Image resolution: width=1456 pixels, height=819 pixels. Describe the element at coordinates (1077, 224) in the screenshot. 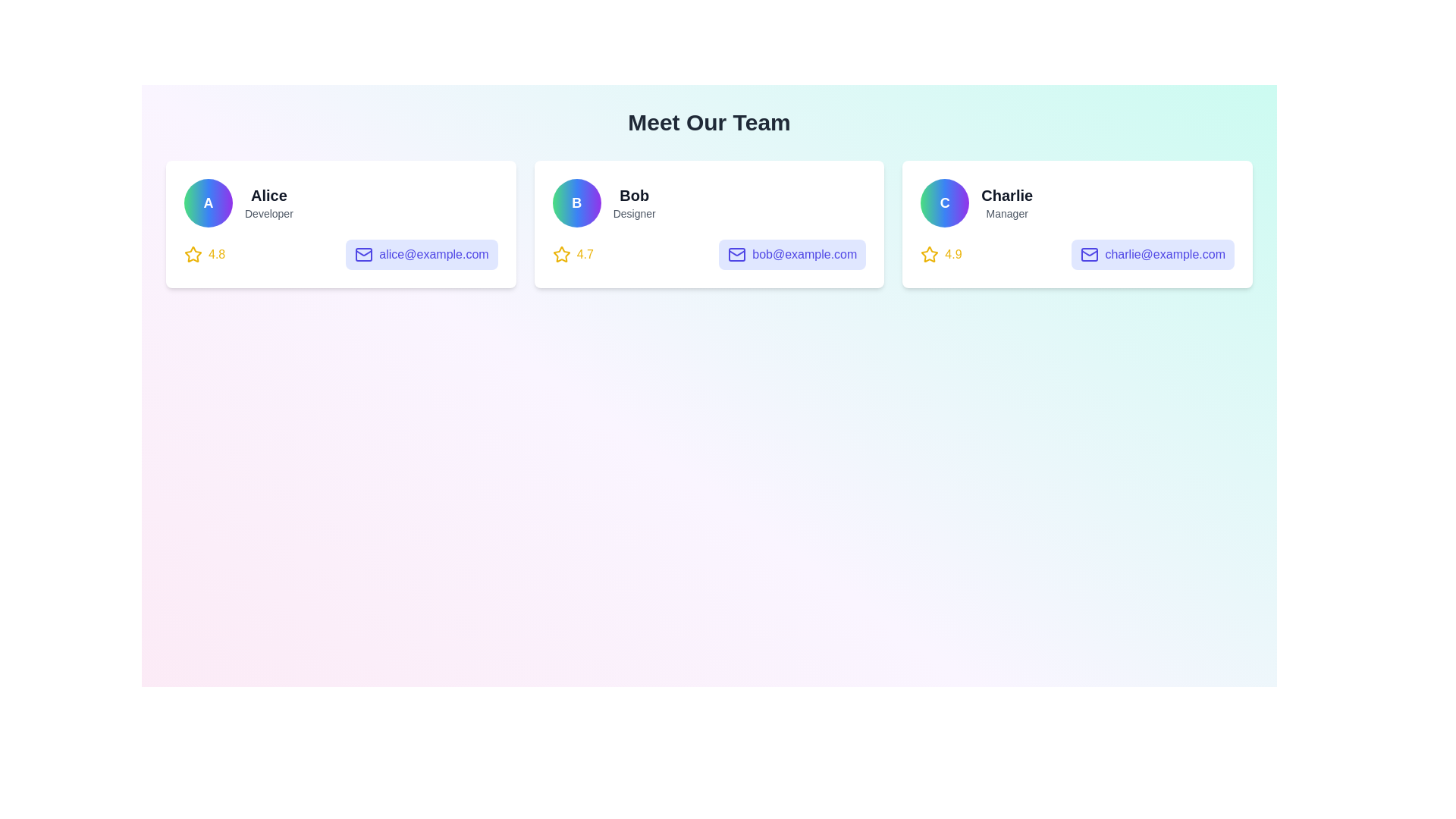

I see `the third team member's profile card in the 'Meet Our Team' section, which displays their name, role, rating, and contact email` at that location.